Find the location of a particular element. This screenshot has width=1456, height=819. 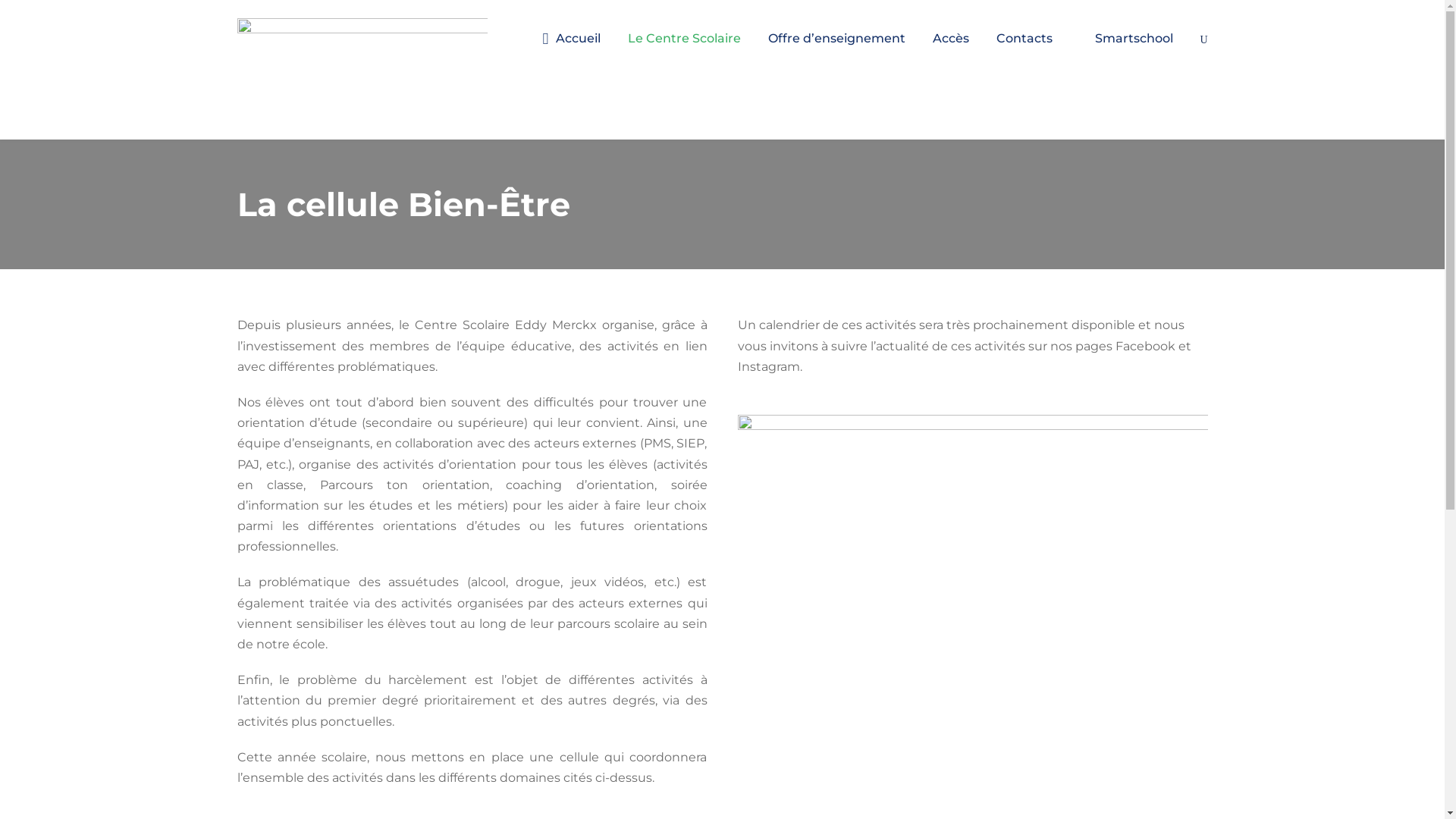

'Accueil' is located at coordinates (571, 50).